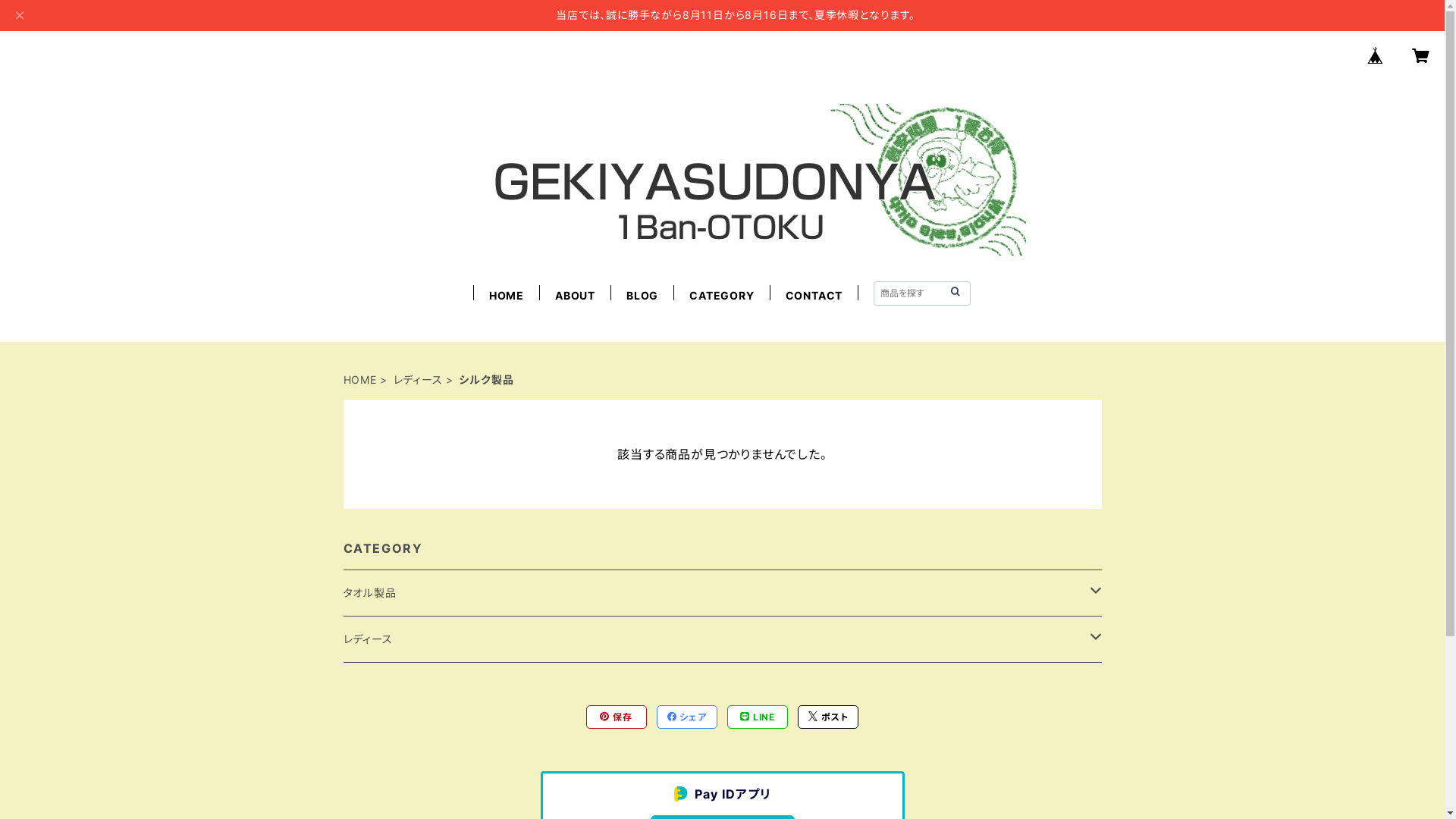  What do you see at coordinates (757, 717) in the screenshot?
I see `'LINE'` at bounding box center [757, 717].